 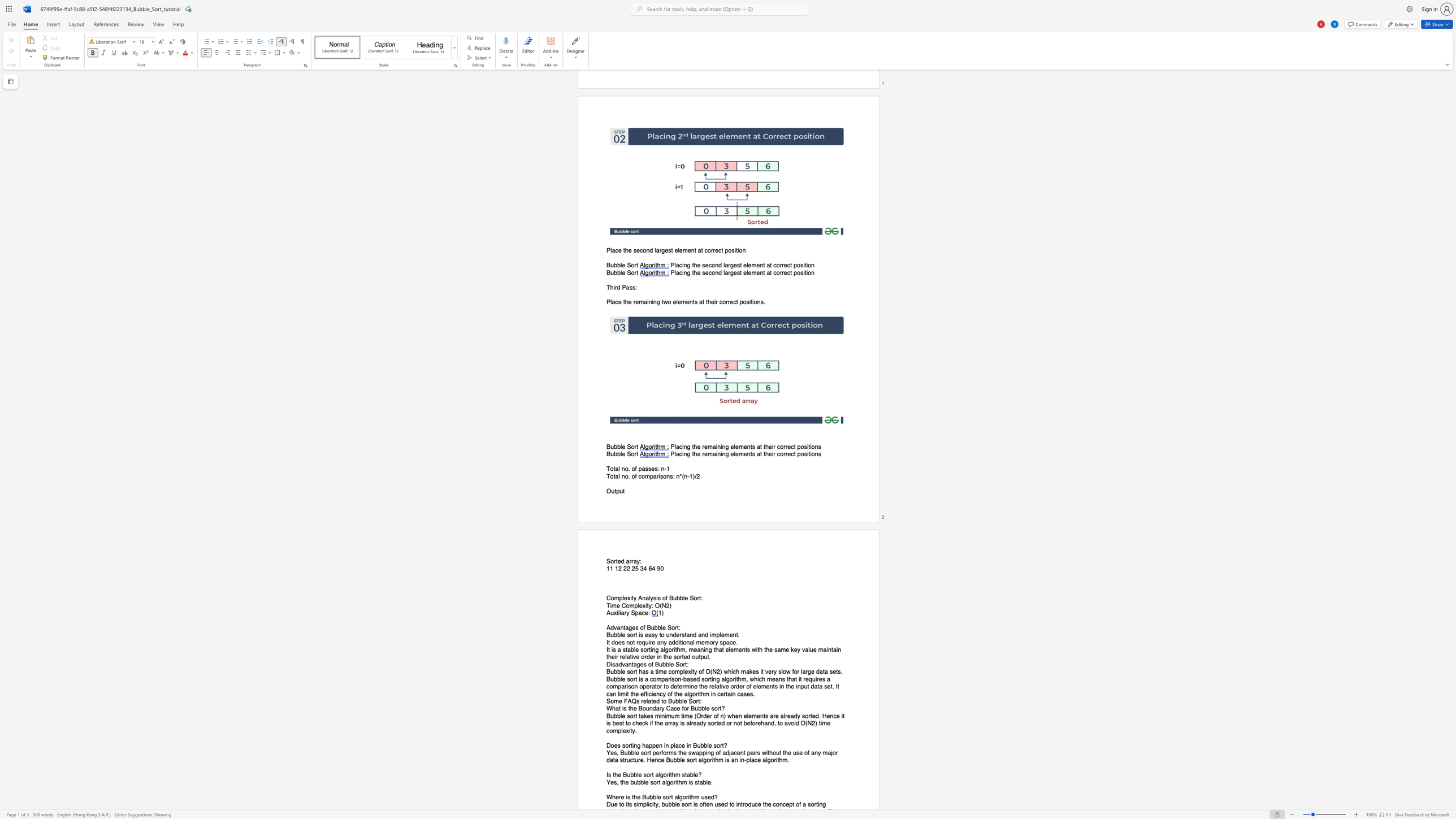 What do you see at coordinates (651, 568) in the screenshot?
I see `the subset text "4 9" within the text "11 12 22 25 34 64 90"` at bounding box center [651, 568].